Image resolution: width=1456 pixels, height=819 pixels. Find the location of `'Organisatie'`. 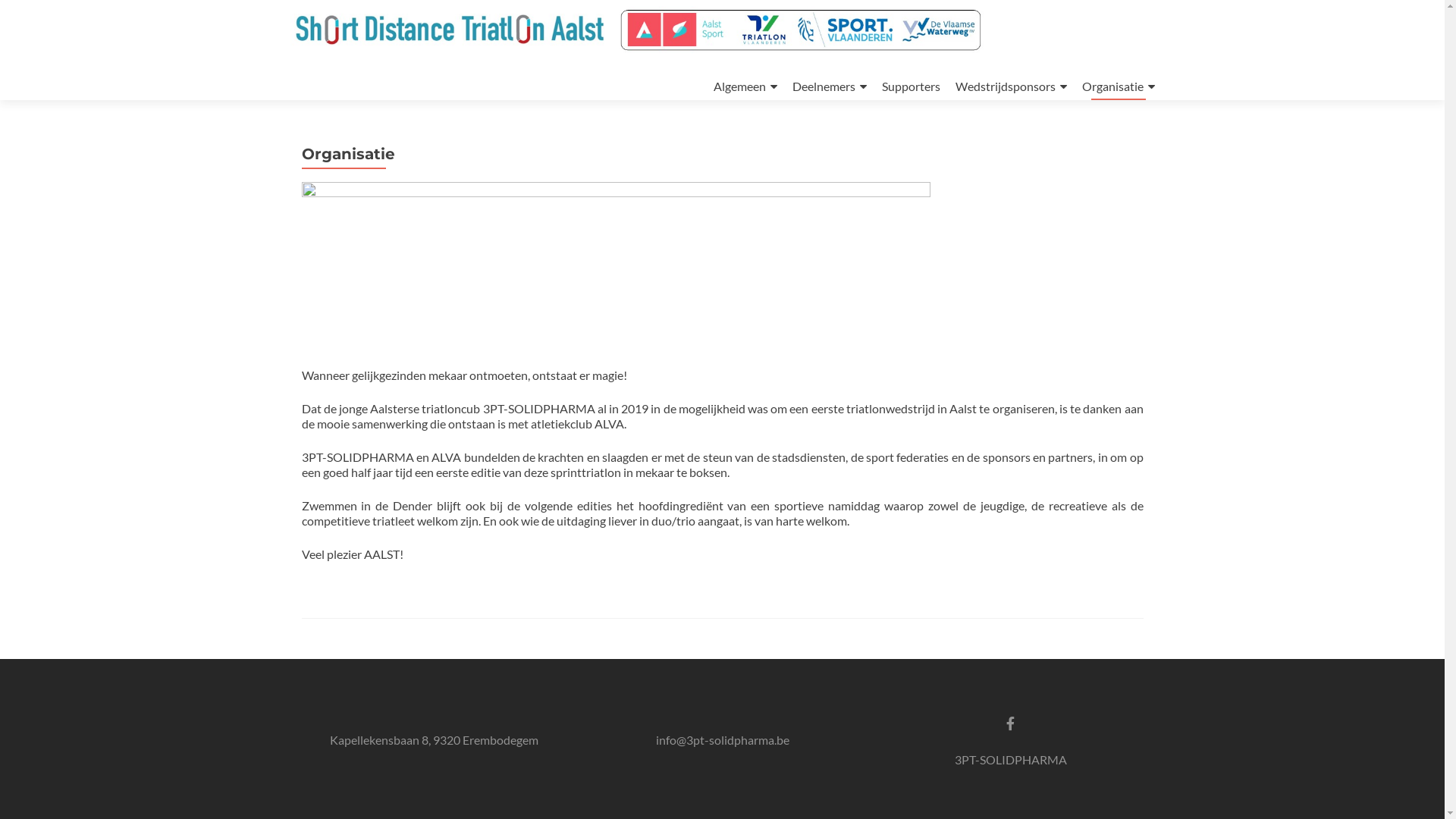

'Organisatie' is located at coordinates (1117, 86).